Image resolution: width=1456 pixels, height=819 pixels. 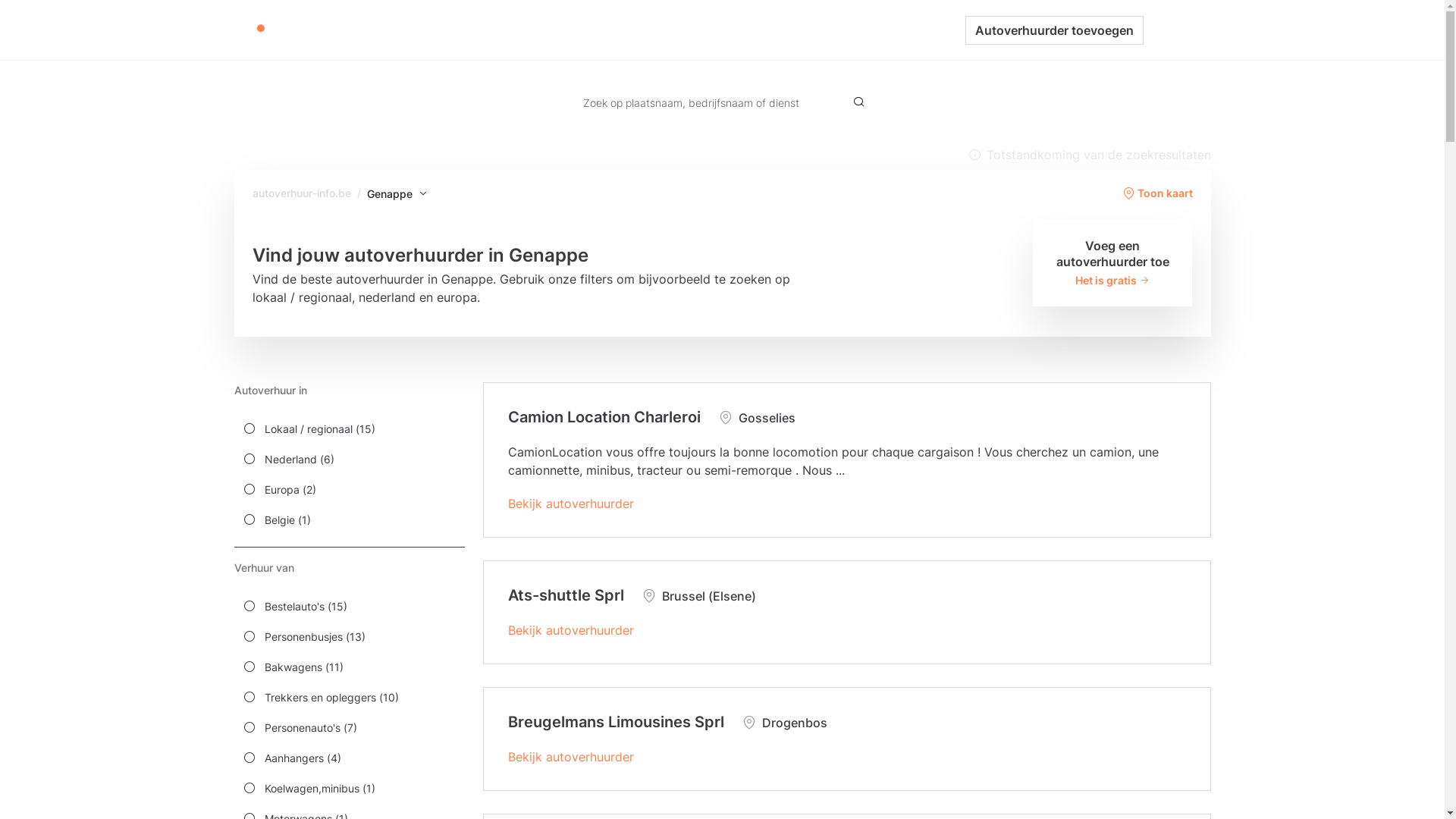 I want to click on 'Inloggen', so click(x=1176, y=30).